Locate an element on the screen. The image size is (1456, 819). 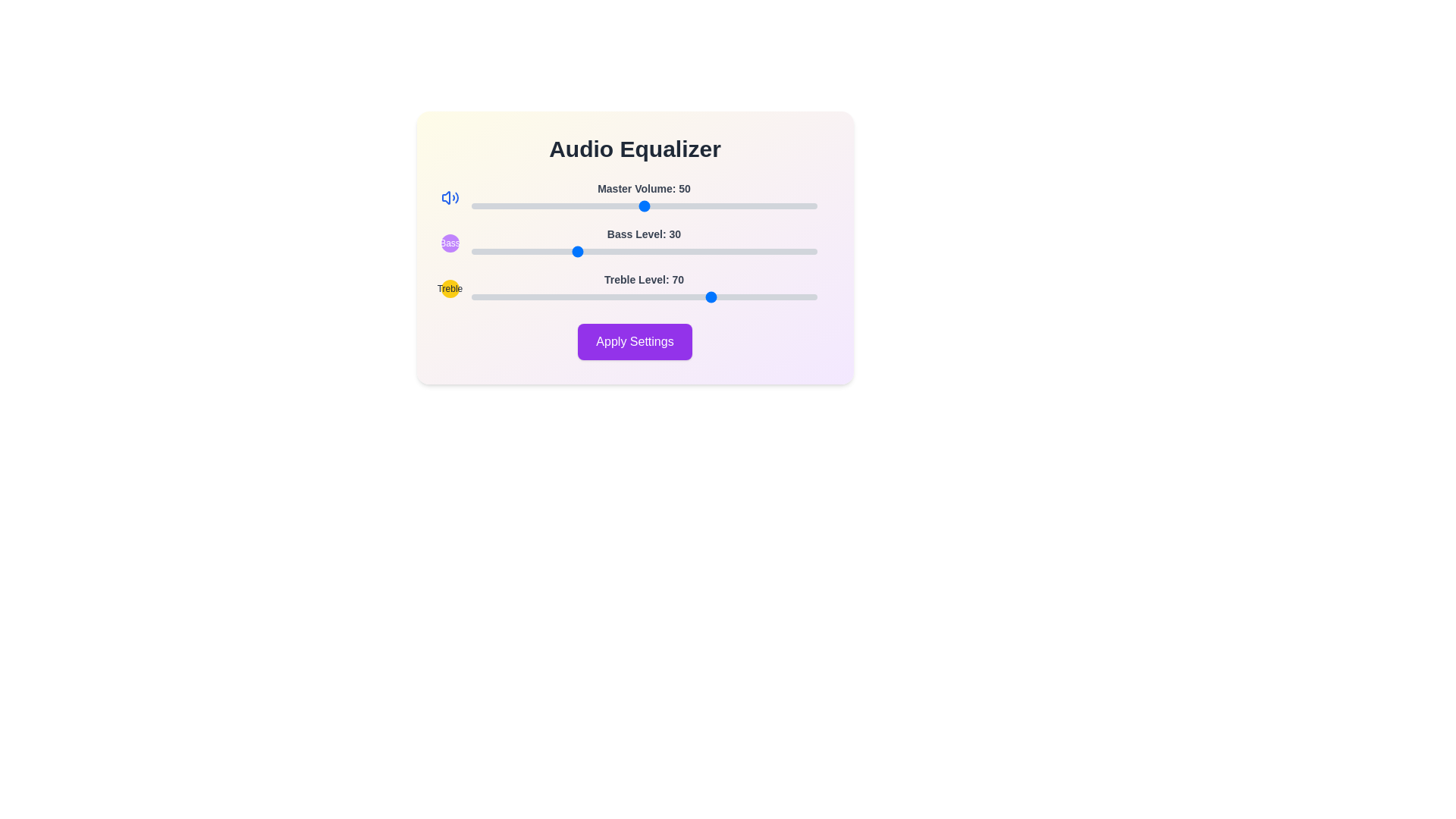
bass level is located at coordinates (782, 250).